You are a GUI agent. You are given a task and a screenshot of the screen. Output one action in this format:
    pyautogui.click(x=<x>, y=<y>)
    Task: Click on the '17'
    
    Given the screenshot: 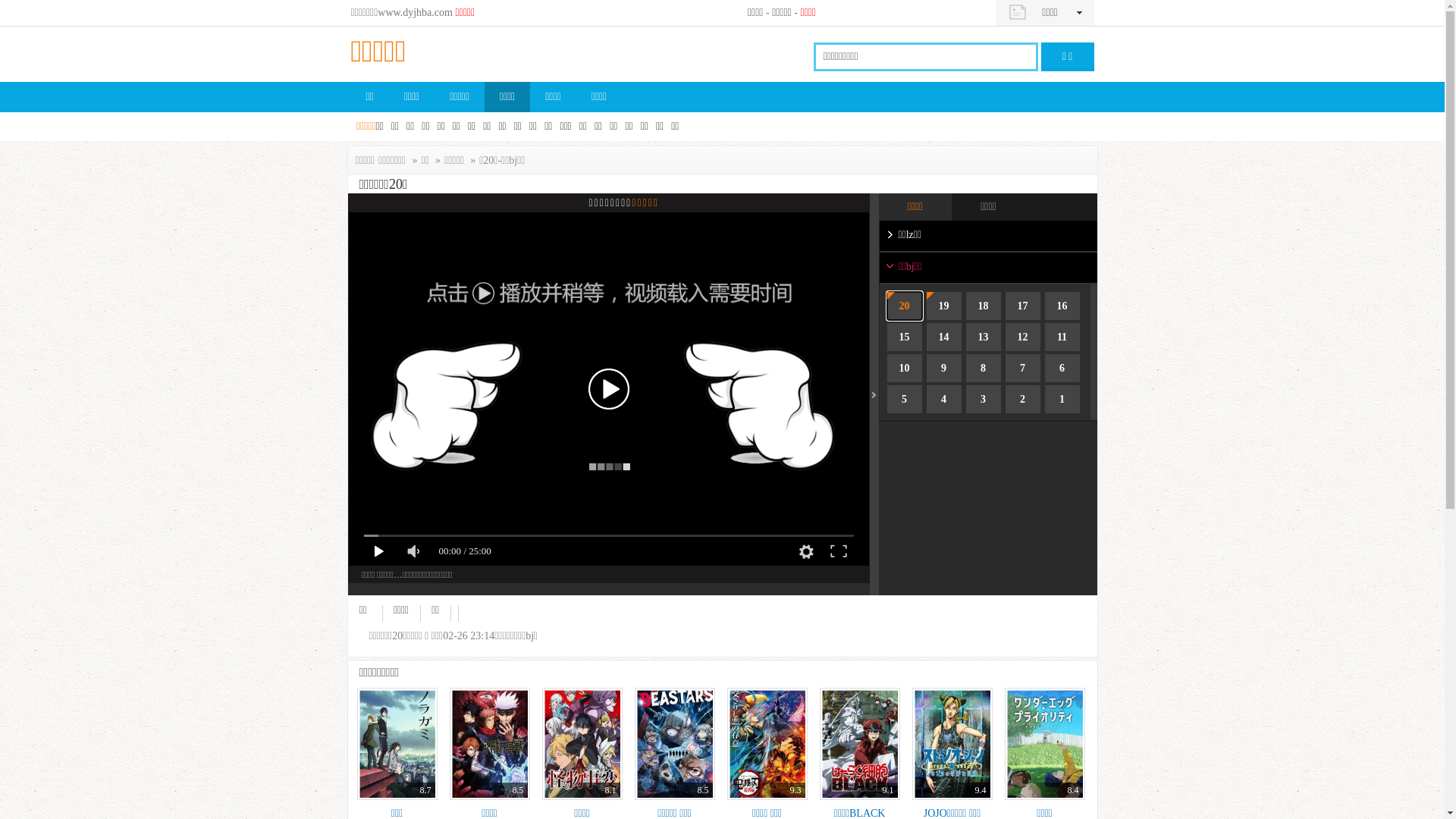 What is the action you would take?
    pyautogui.click(x=1022, y=306)
    